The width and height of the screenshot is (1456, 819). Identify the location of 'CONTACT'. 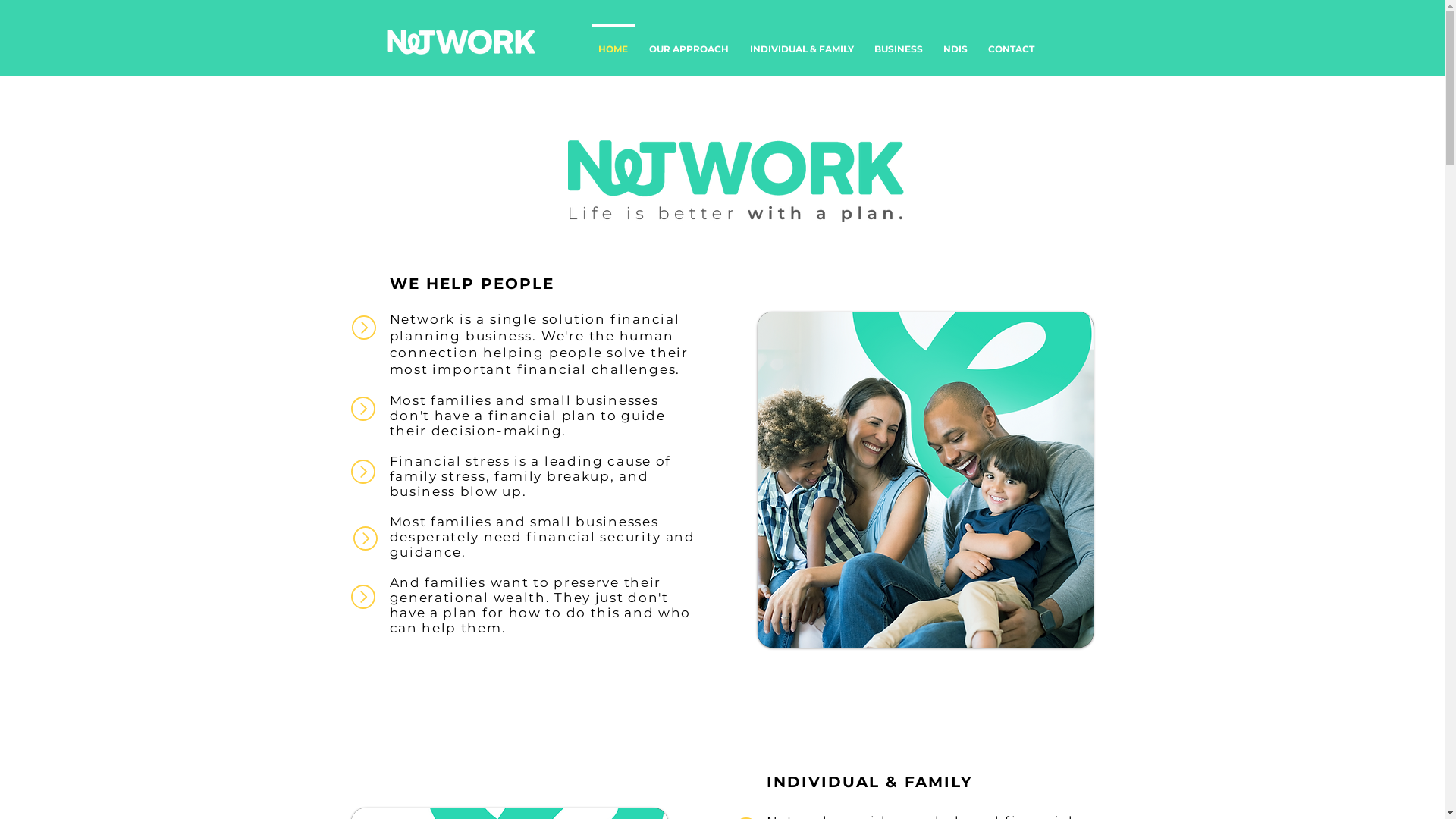
(1012, 42).